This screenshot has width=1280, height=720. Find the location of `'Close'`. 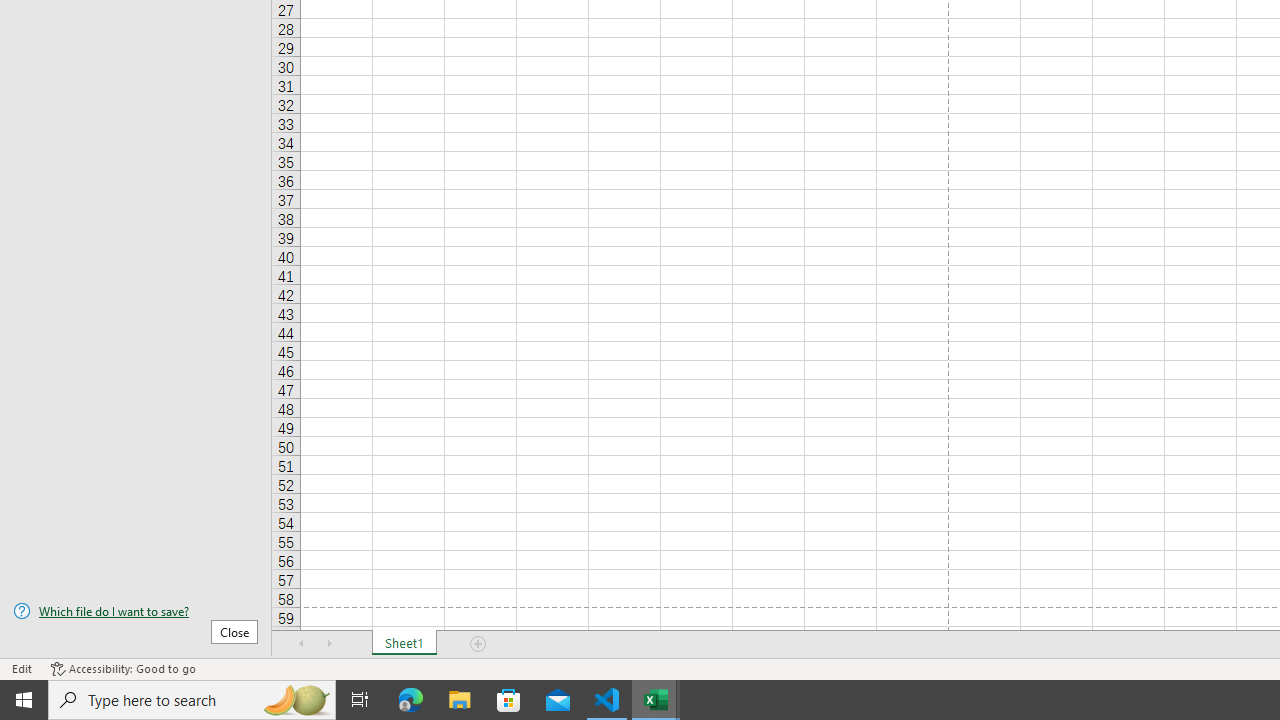

'Close' is located at coordinates (234, 631).